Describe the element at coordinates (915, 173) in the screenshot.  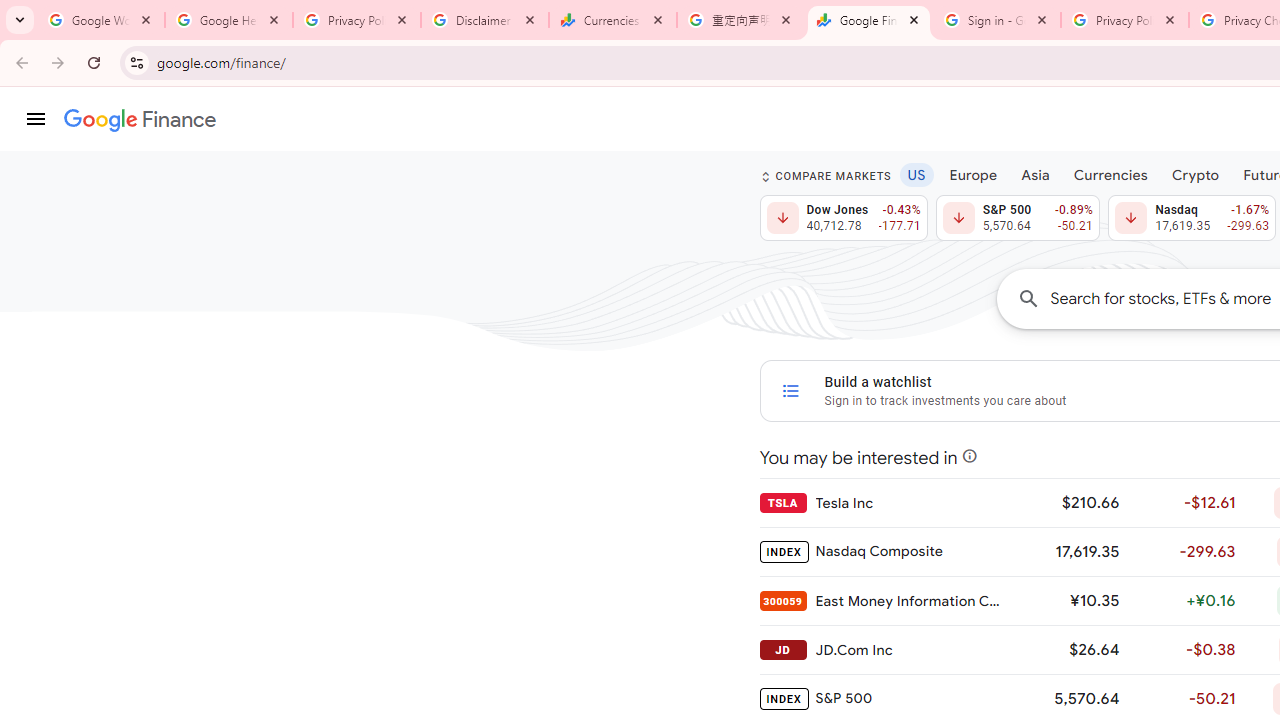
I see `'US'` at that location.